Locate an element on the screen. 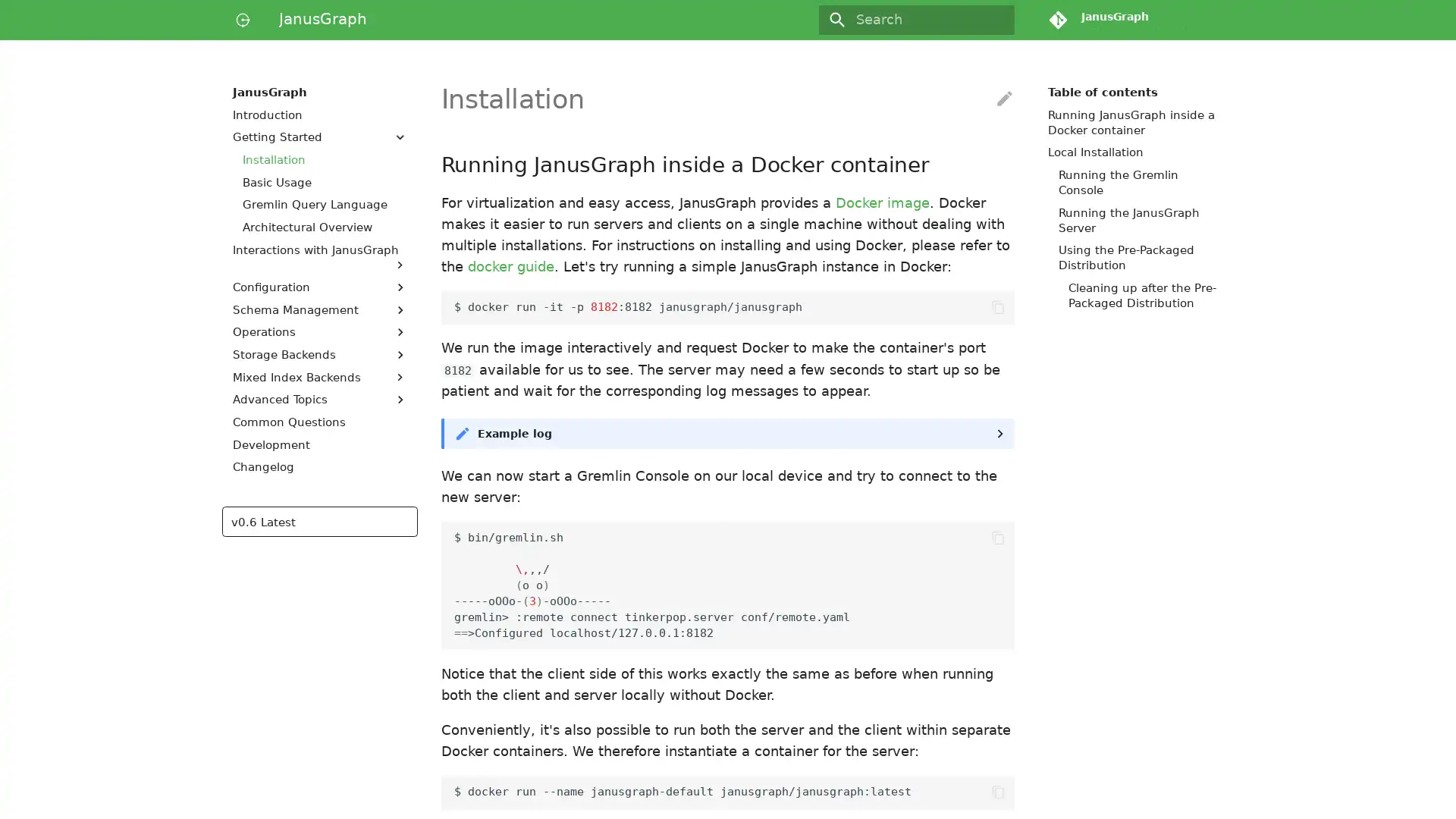 This screenshot has width=1456, height=819. Copy to clipboard is located at coordinates (997, 791).